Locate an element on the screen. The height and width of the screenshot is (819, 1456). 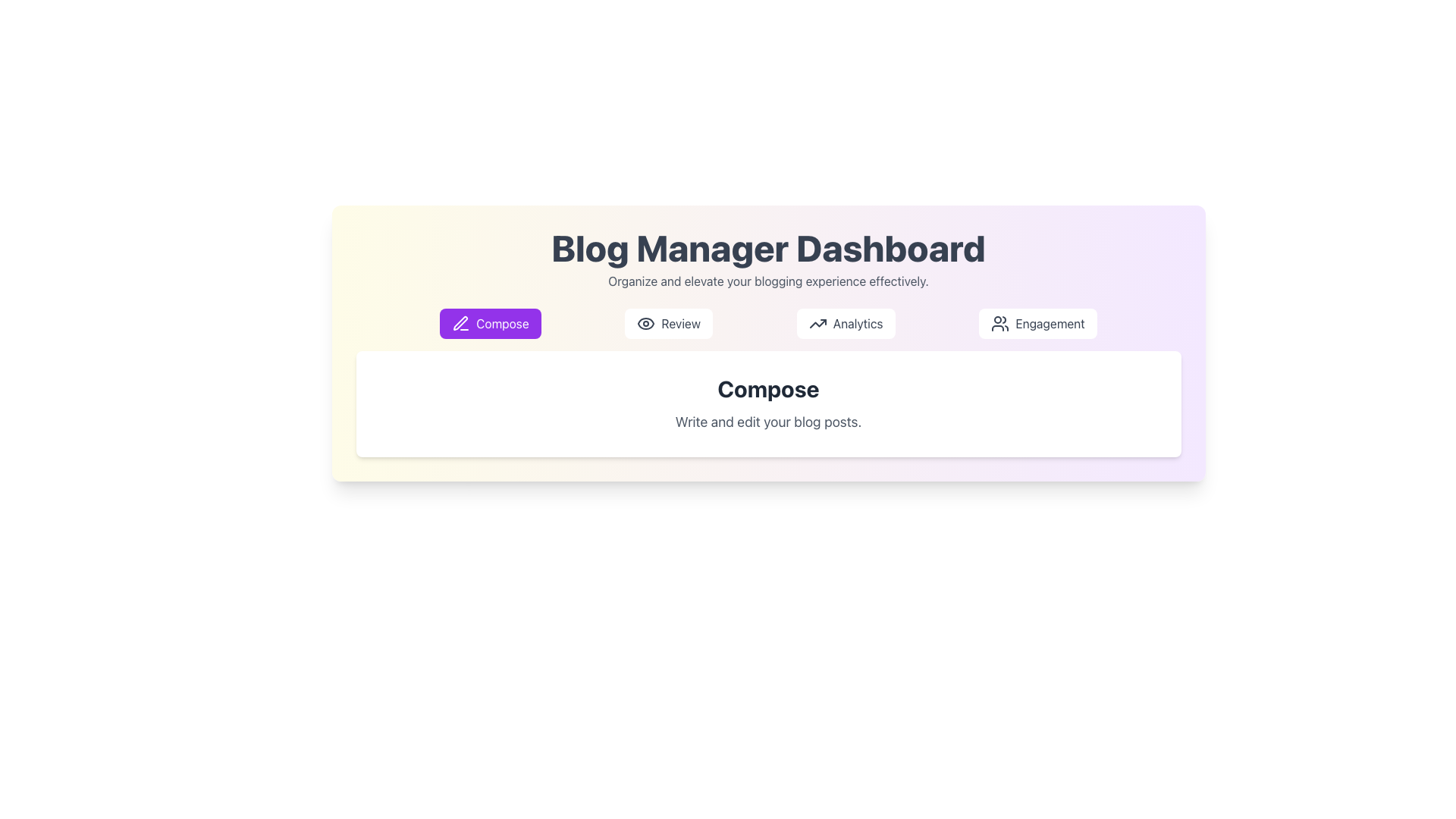
the pen icon on the purple 'Compose' button for accessibility support is located at coordinates (460, 323).